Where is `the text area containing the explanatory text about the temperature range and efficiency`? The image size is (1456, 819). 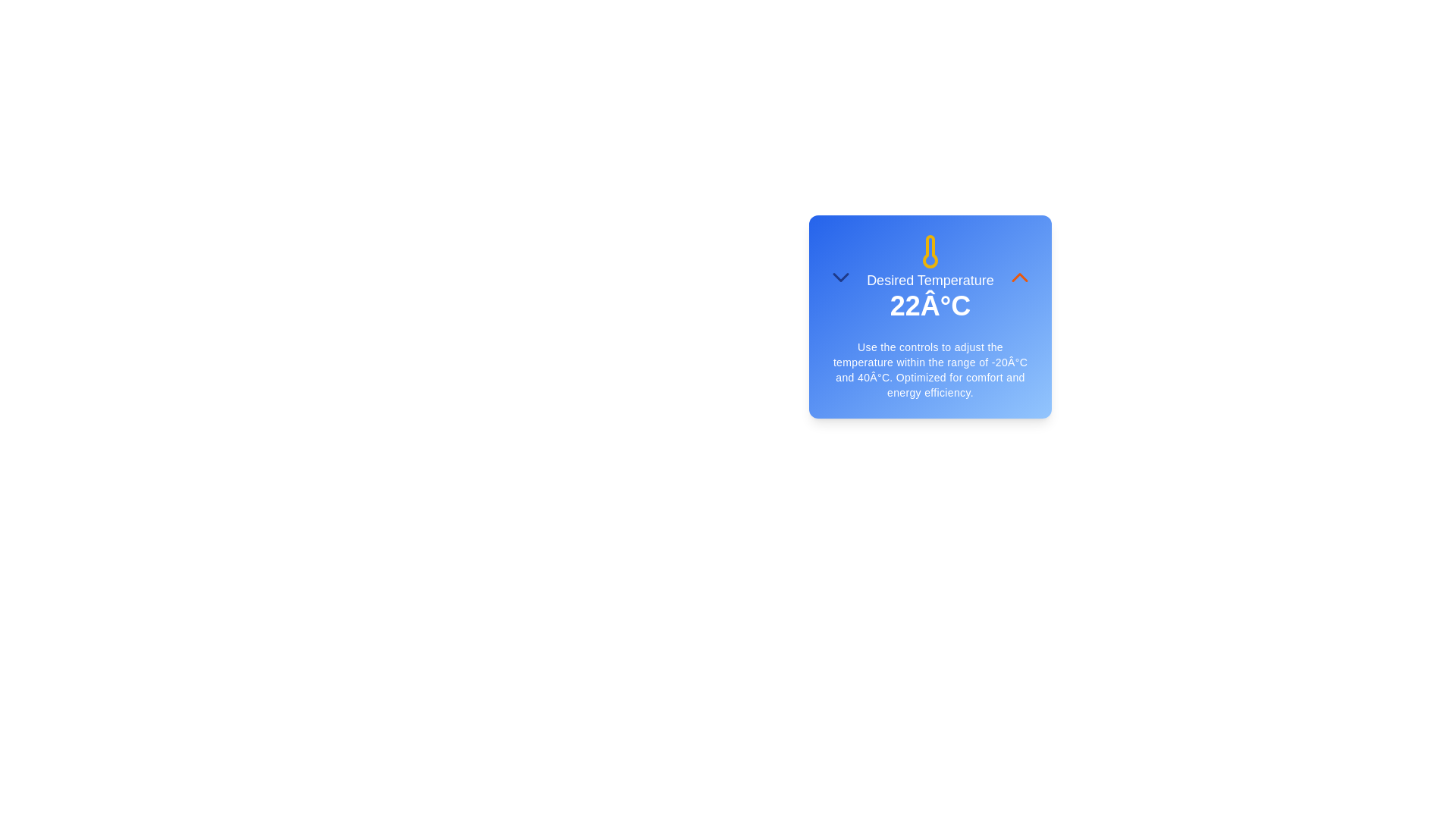
the text area containing the explanatory text about the temperature range and efficiency is located at coordinates (930, 370).